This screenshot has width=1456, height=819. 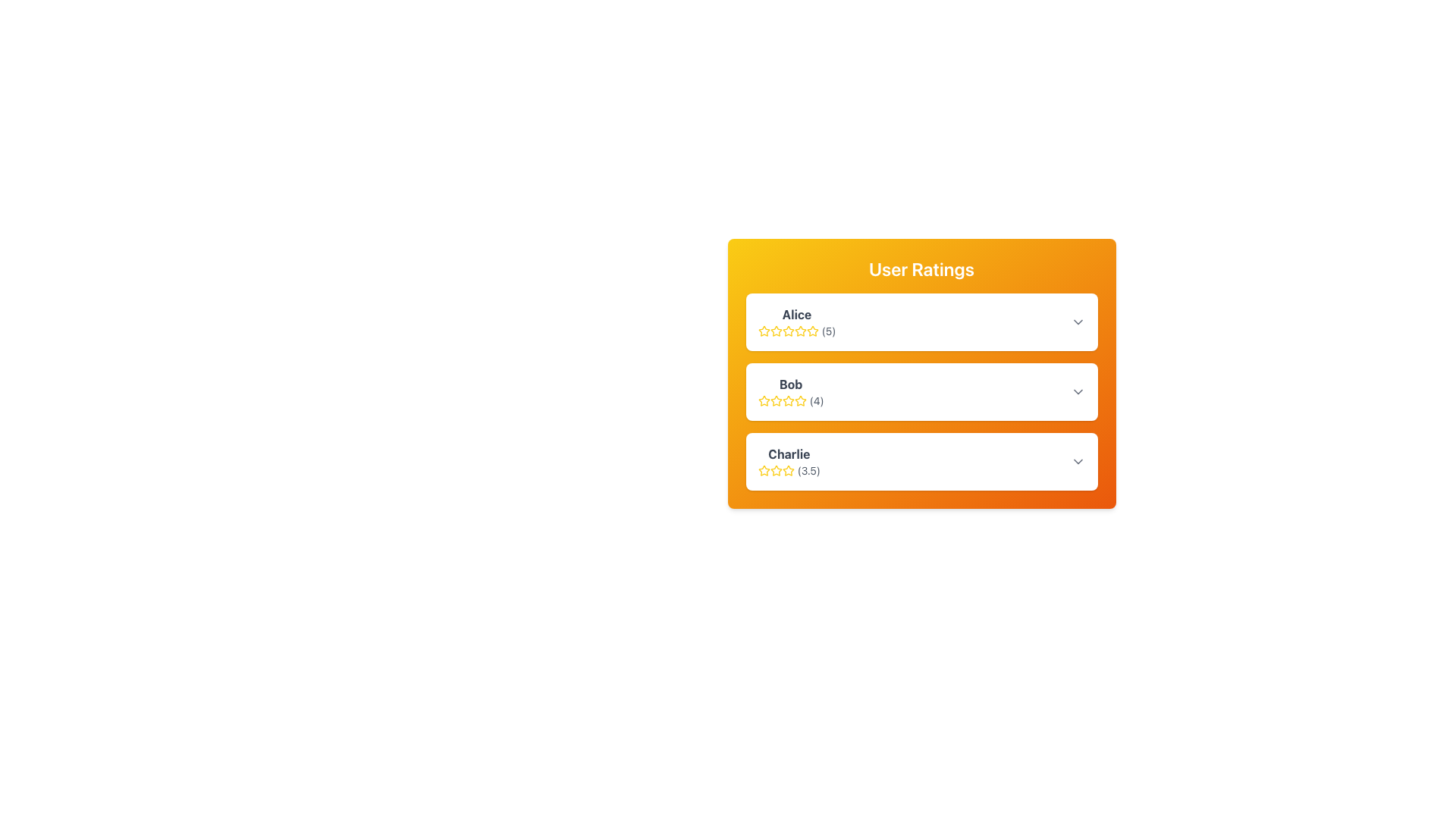 What do you see at coordinates (788, 469) in the screenshot?
I see `the first star icon in the third row of the ratings section, located under the label 'Charlie (3.5)', which is a yellow star-shaped icon used for rating` at bounding box center [788, 469].